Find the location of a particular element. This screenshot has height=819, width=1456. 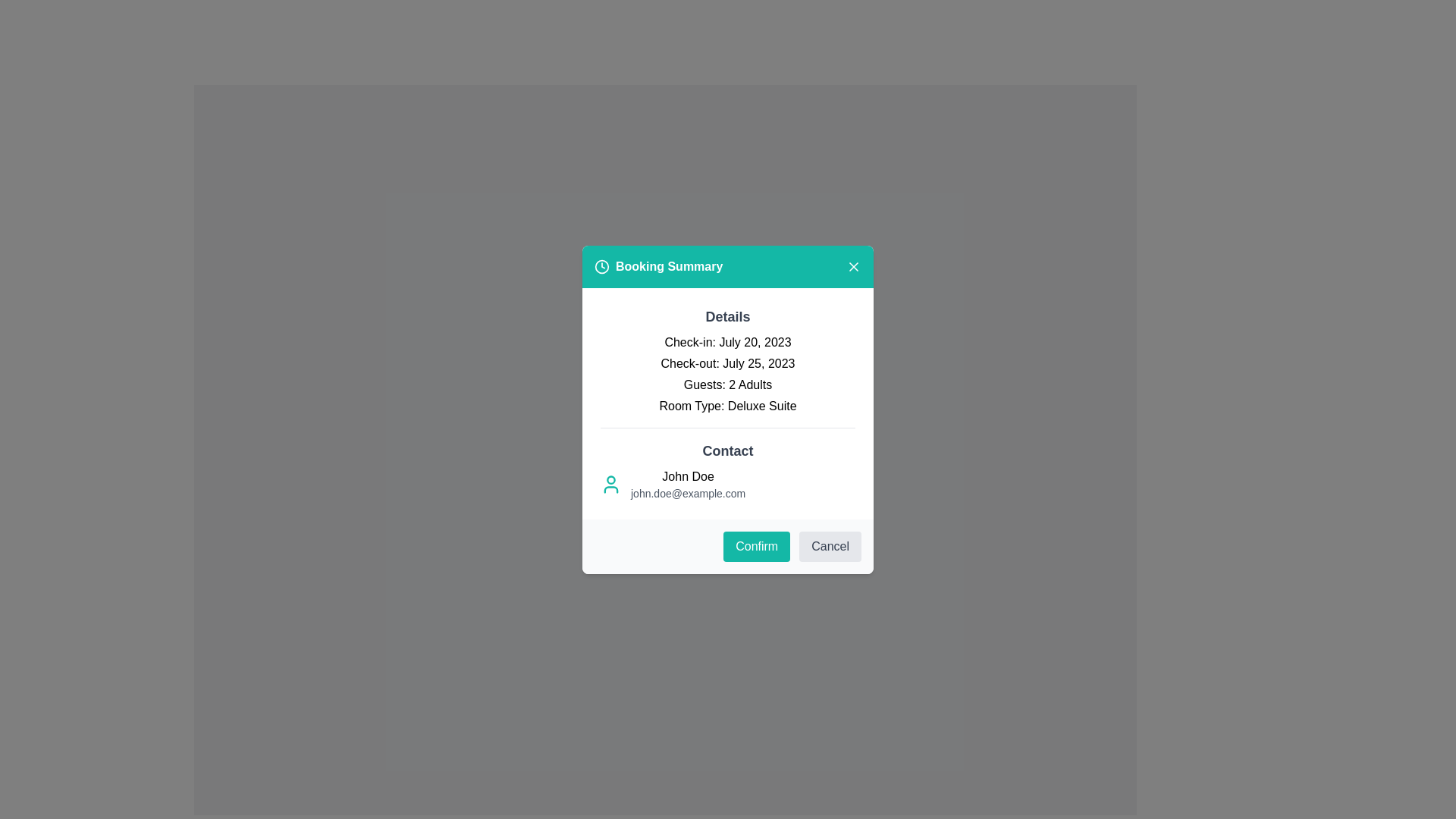

the contact email address text located underneath the bold name 'John Doe' in the 'Contact' section of the booking summary is located at coordinates (687, 493).